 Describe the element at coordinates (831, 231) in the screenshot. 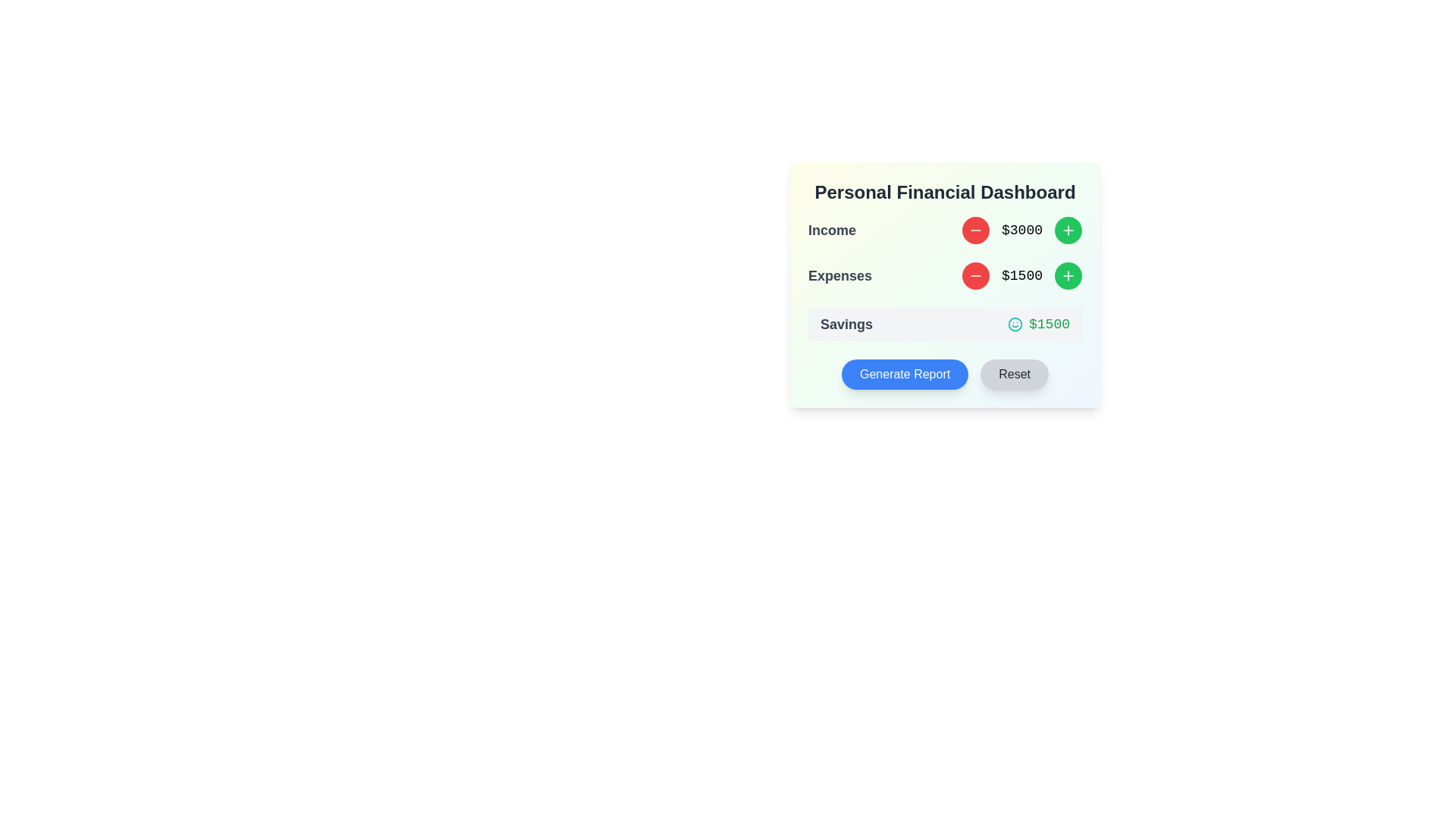

I see `the 'Income' category label located at the upper left of the financial summary section, which serves as a context for related data and actions` at that location.